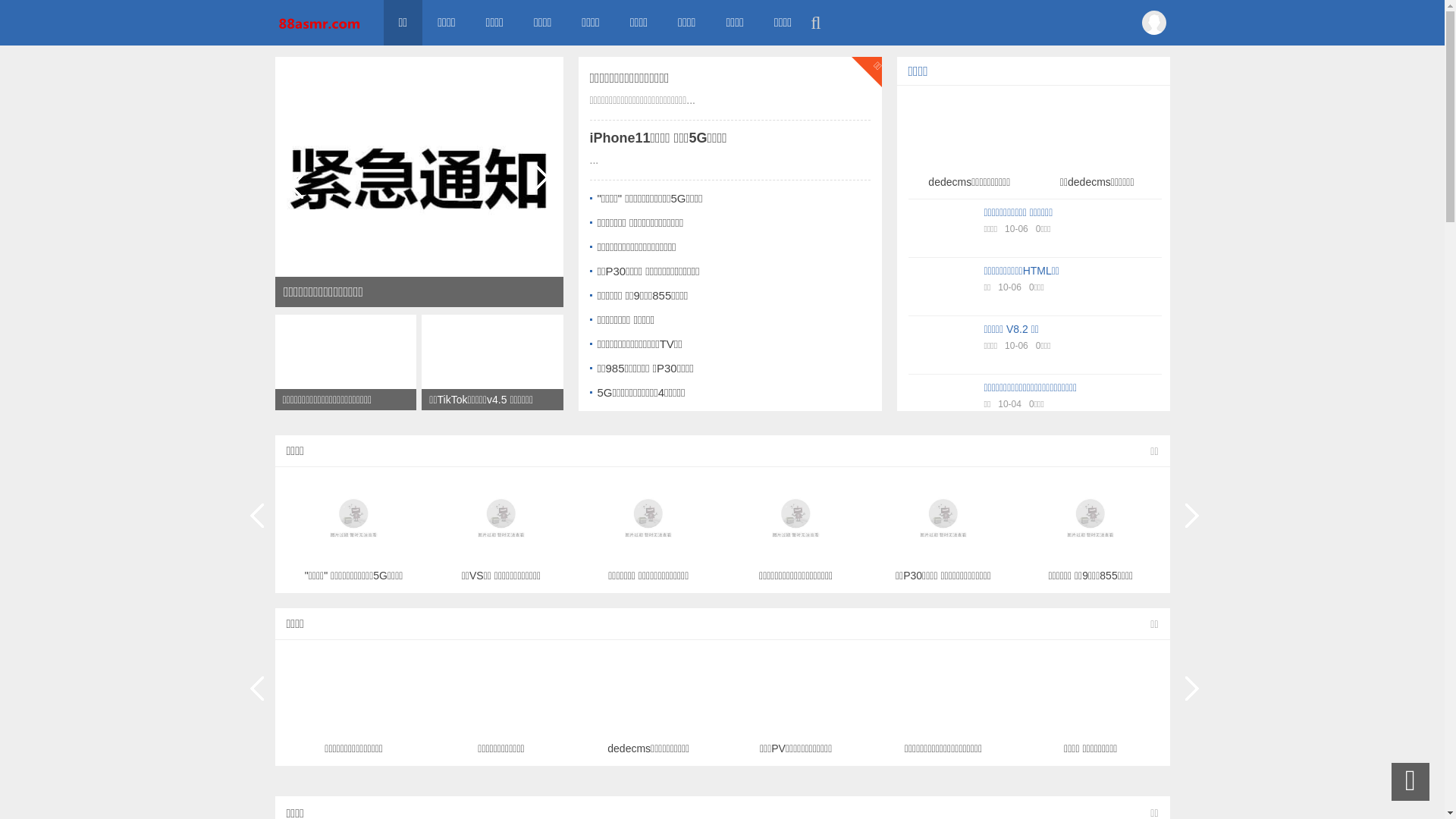  Describe the element at coordinates (588, 160) in the screenshot. I see `'...'` at that location.